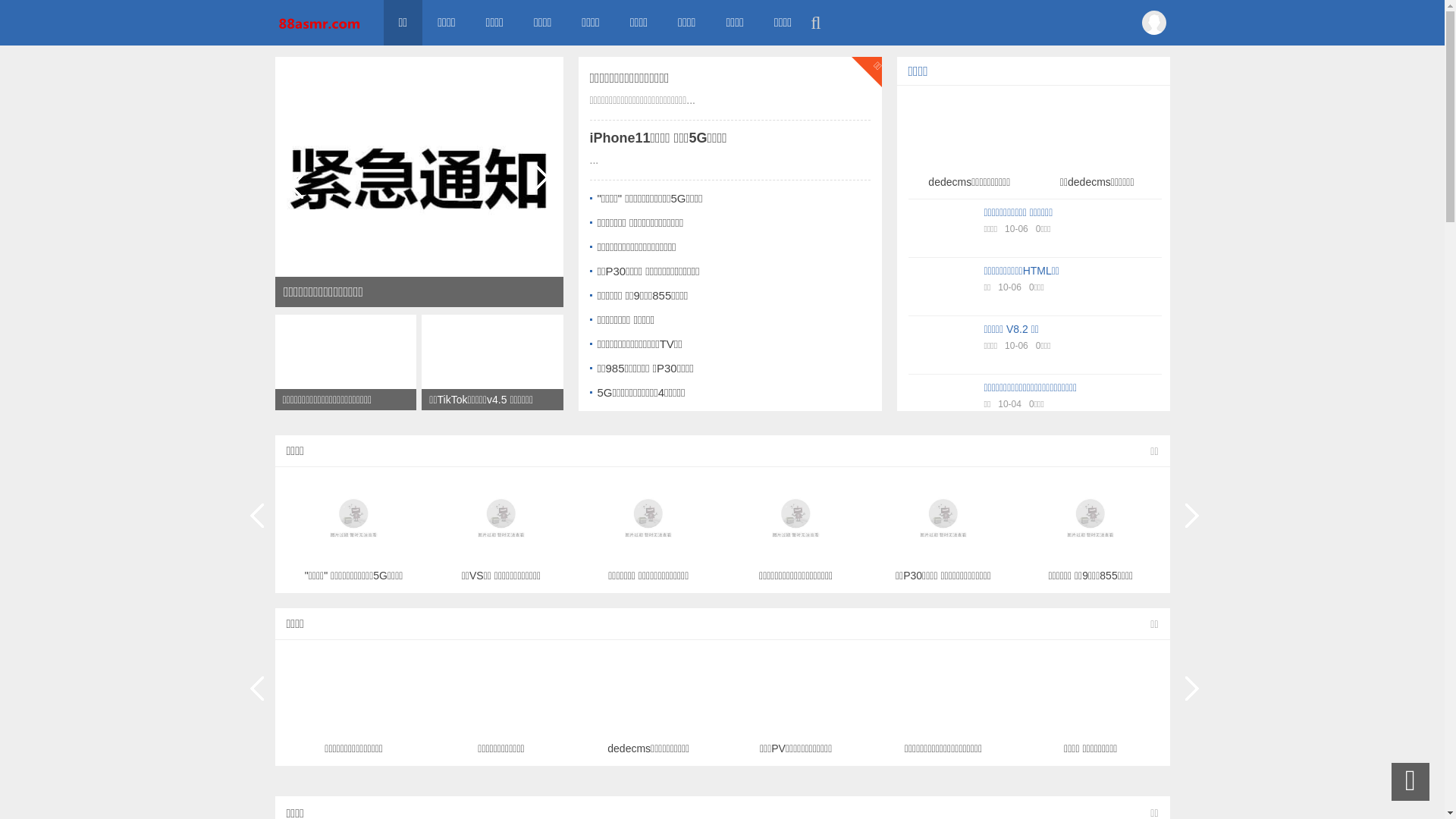  Describe the element at coordinates (588, 160) in the screenshot. I see `'...'` at that location.